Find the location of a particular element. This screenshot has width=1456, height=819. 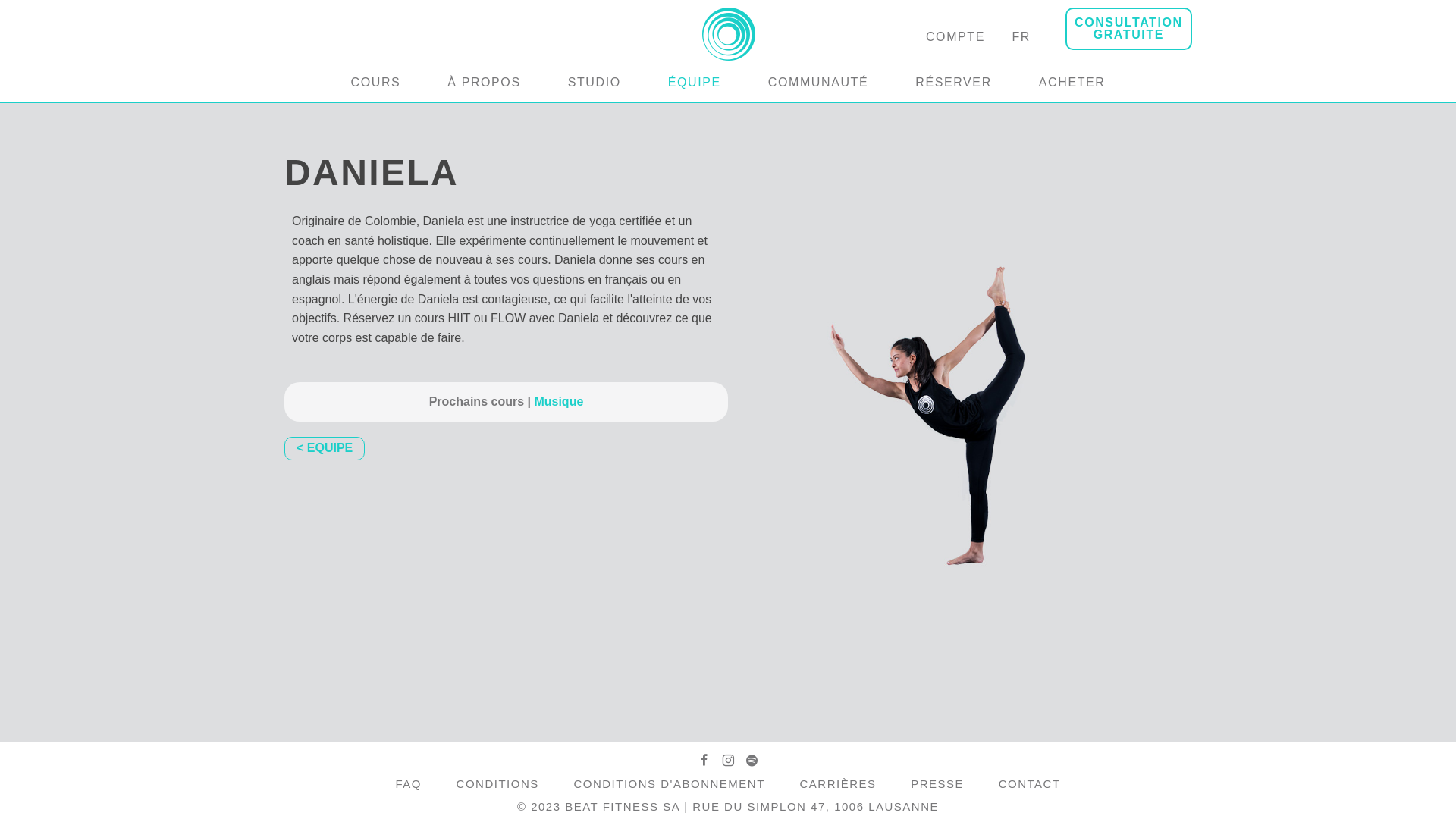

'PRESSE' is located at coordinates (937, 783).